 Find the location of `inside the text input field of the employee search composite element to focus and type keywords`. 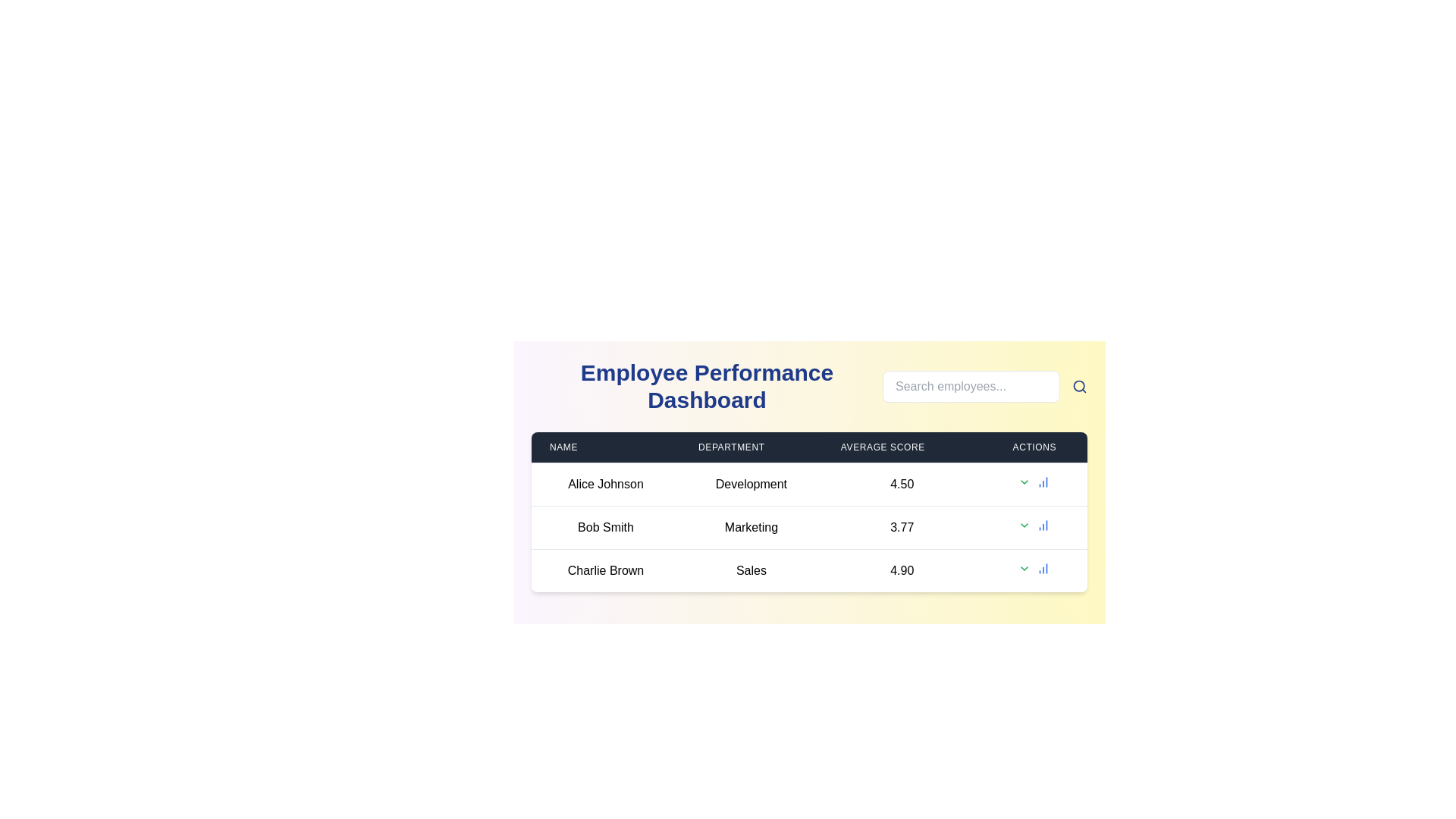

inside the text input field of the employee search composite element to focus and type keywords is located at coordinates (985, 385).